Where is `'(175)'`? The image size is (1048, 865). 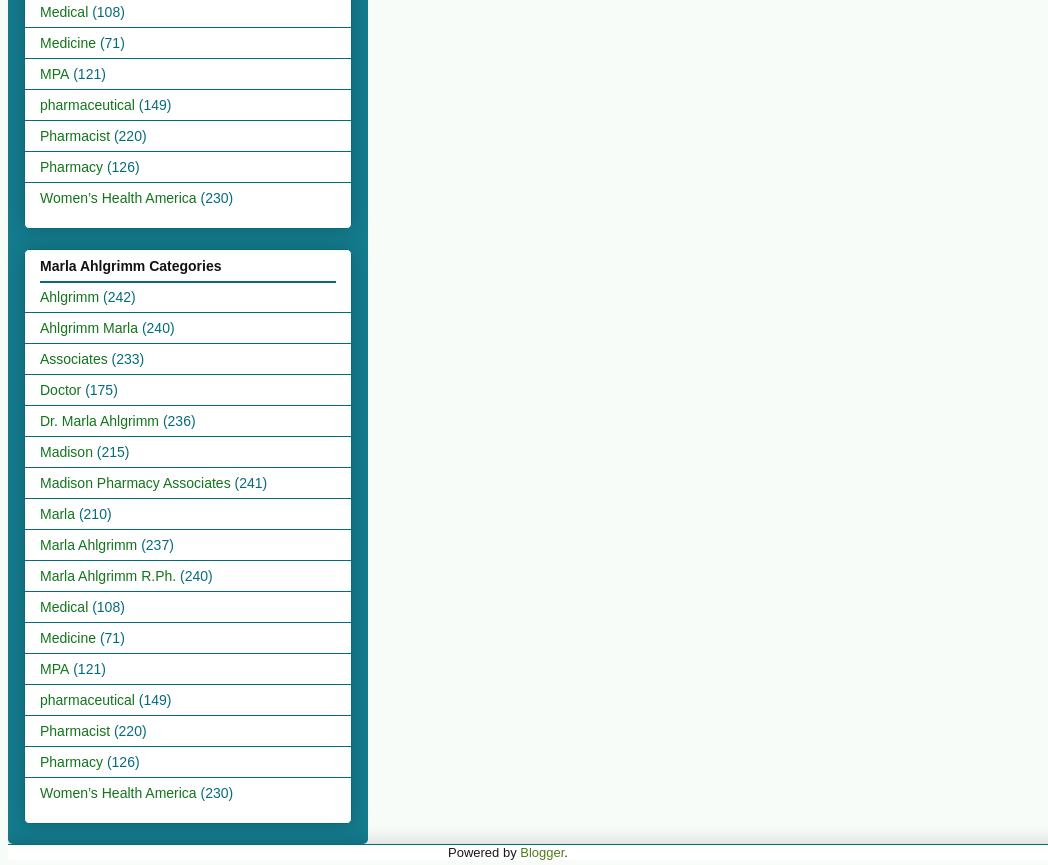 '(175)' is located at coordinates (100, 390).